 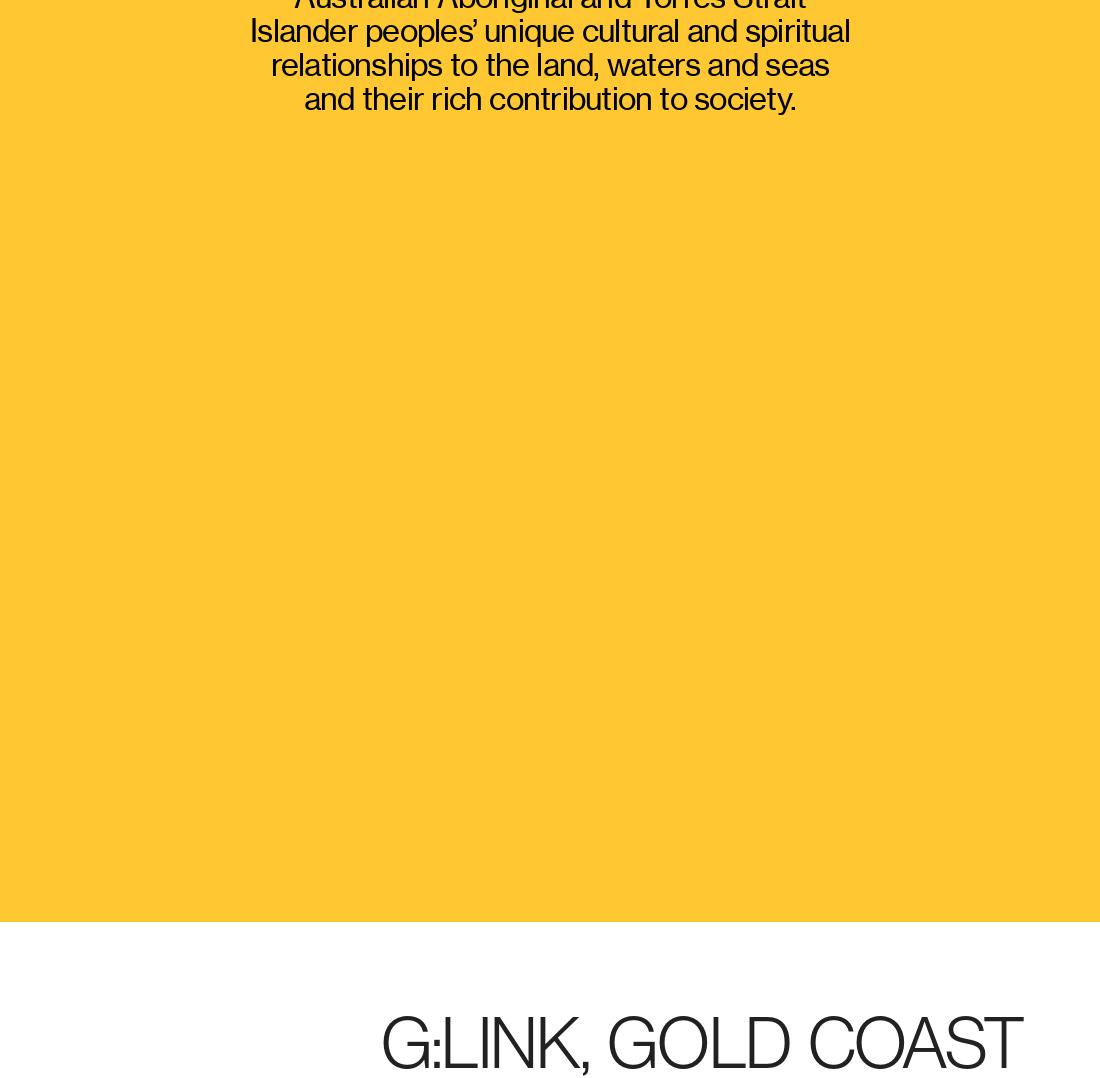 What do you see at coordinates (442, 881) in the screenshot?
I see `'This website uses cookies to offer you a great experience and to help us understand how our website is being used. By using this website, you consent to our'` at bounding box center [442, 881].